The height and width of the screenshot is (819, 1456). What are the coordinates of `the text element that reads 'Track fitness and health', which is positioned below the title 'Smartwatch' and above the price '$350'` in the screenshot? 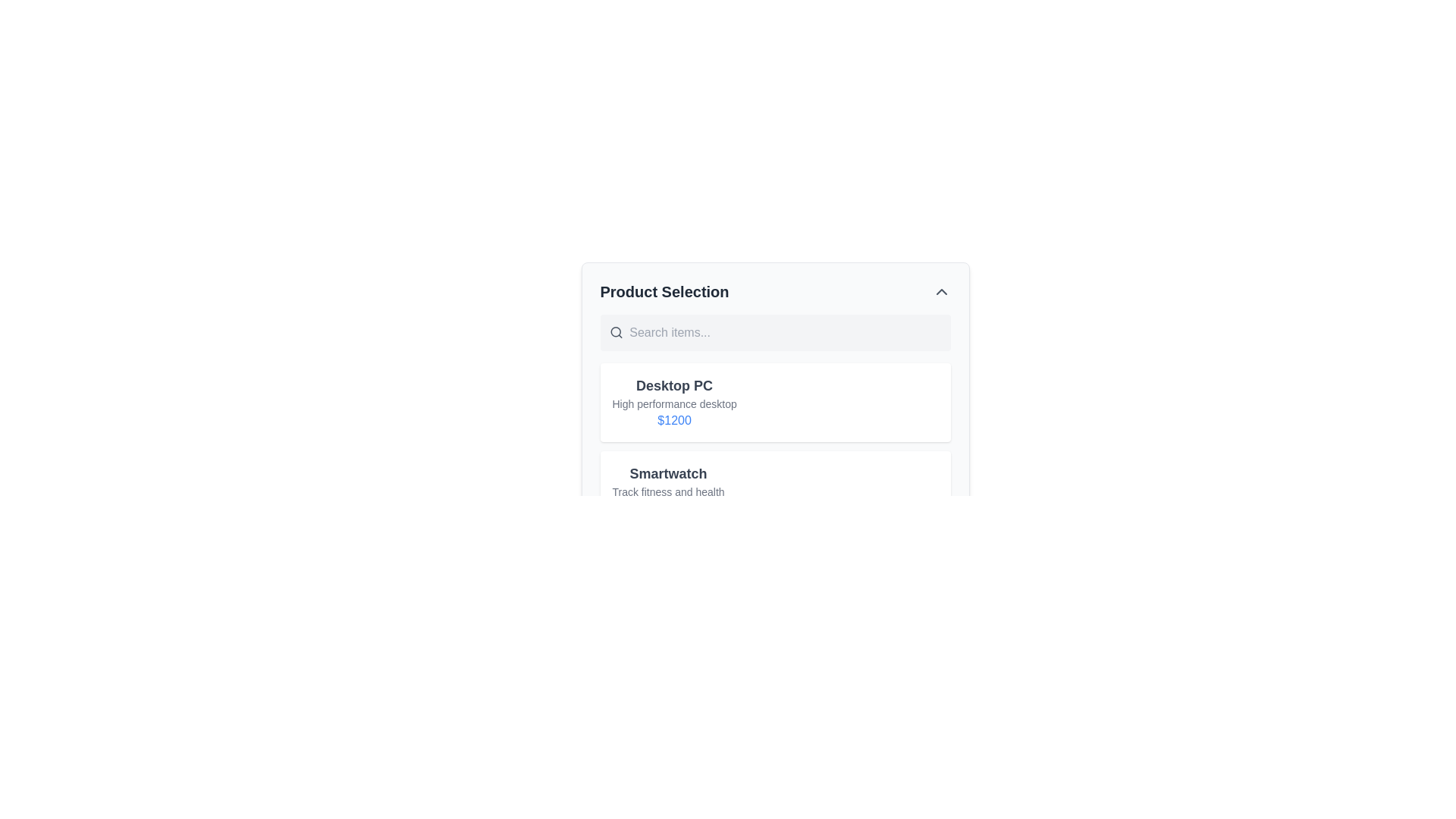 It's located at (667, 491).